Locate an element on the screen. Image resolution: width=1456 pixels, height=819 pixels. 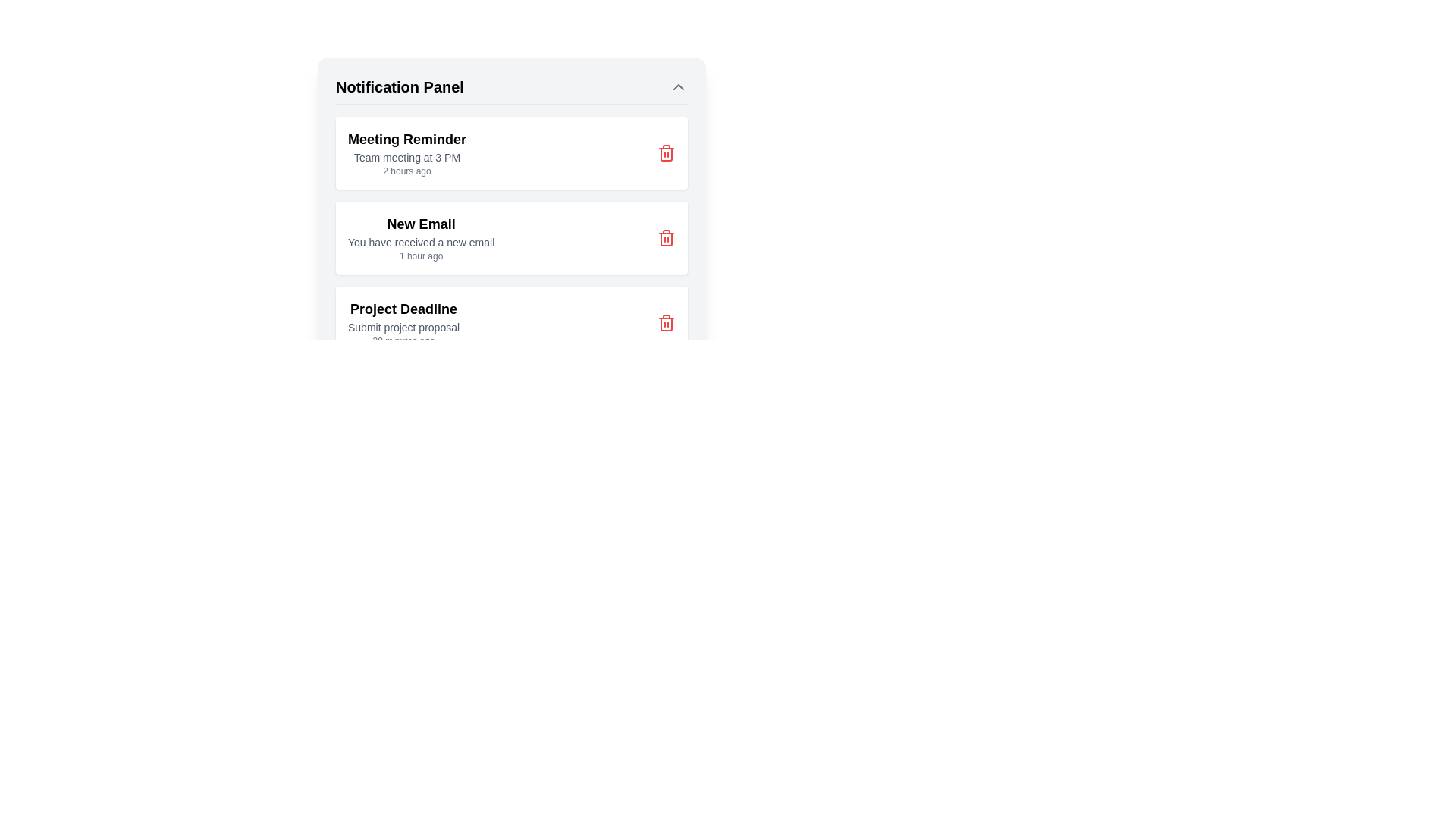
the header Text label in the notification panel that summarizes the event type, located at the top left section above the text 'Team meeting at 3 PM' is located at coordinates (407, 140).